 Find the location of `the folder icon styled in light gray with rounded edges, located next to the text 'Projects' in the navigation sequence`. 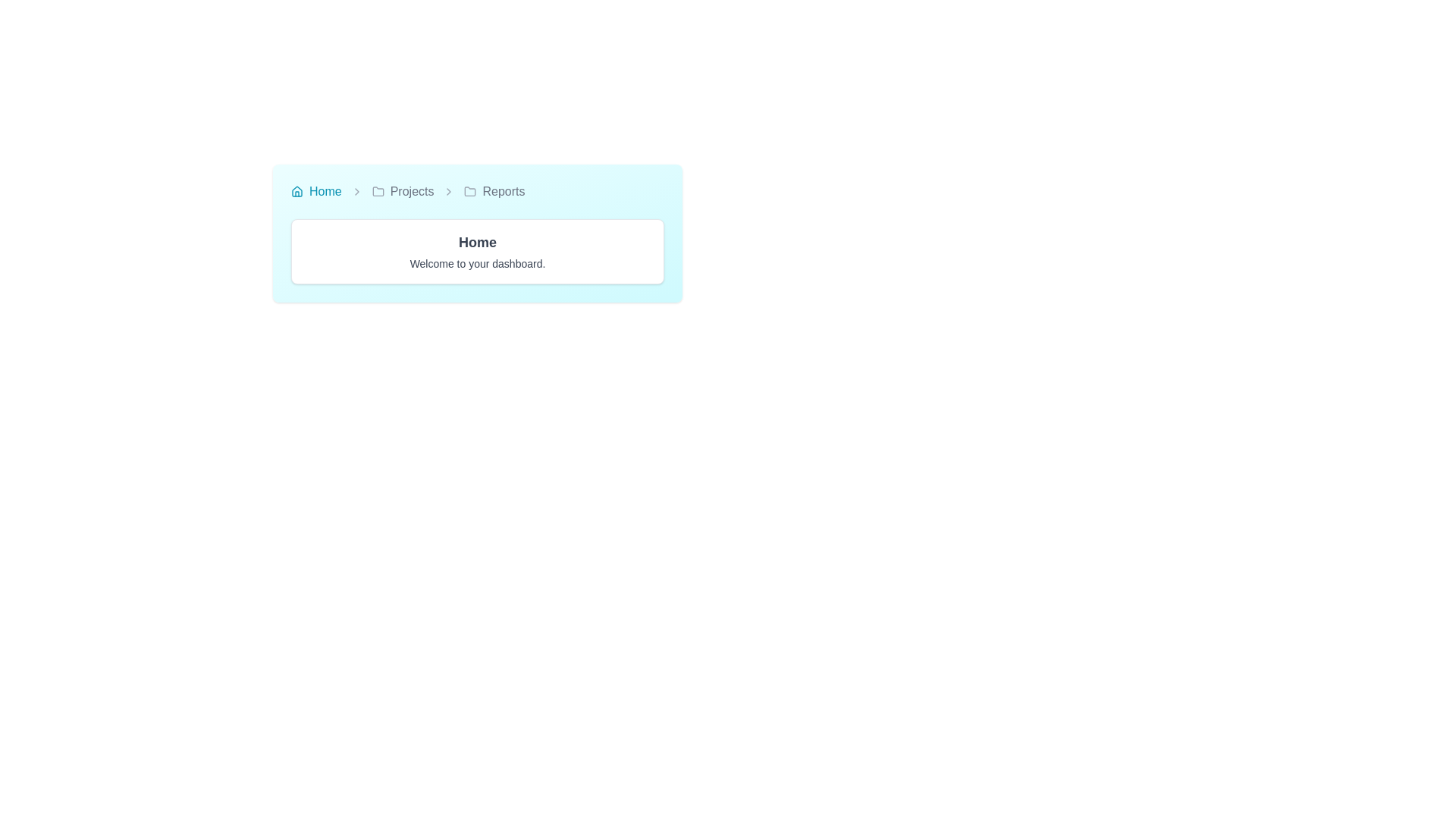

the folder icon styled in light gray with rounded edges, located next to the text 'Projects' in the navigation sequence is located at coordinates (378, 191).